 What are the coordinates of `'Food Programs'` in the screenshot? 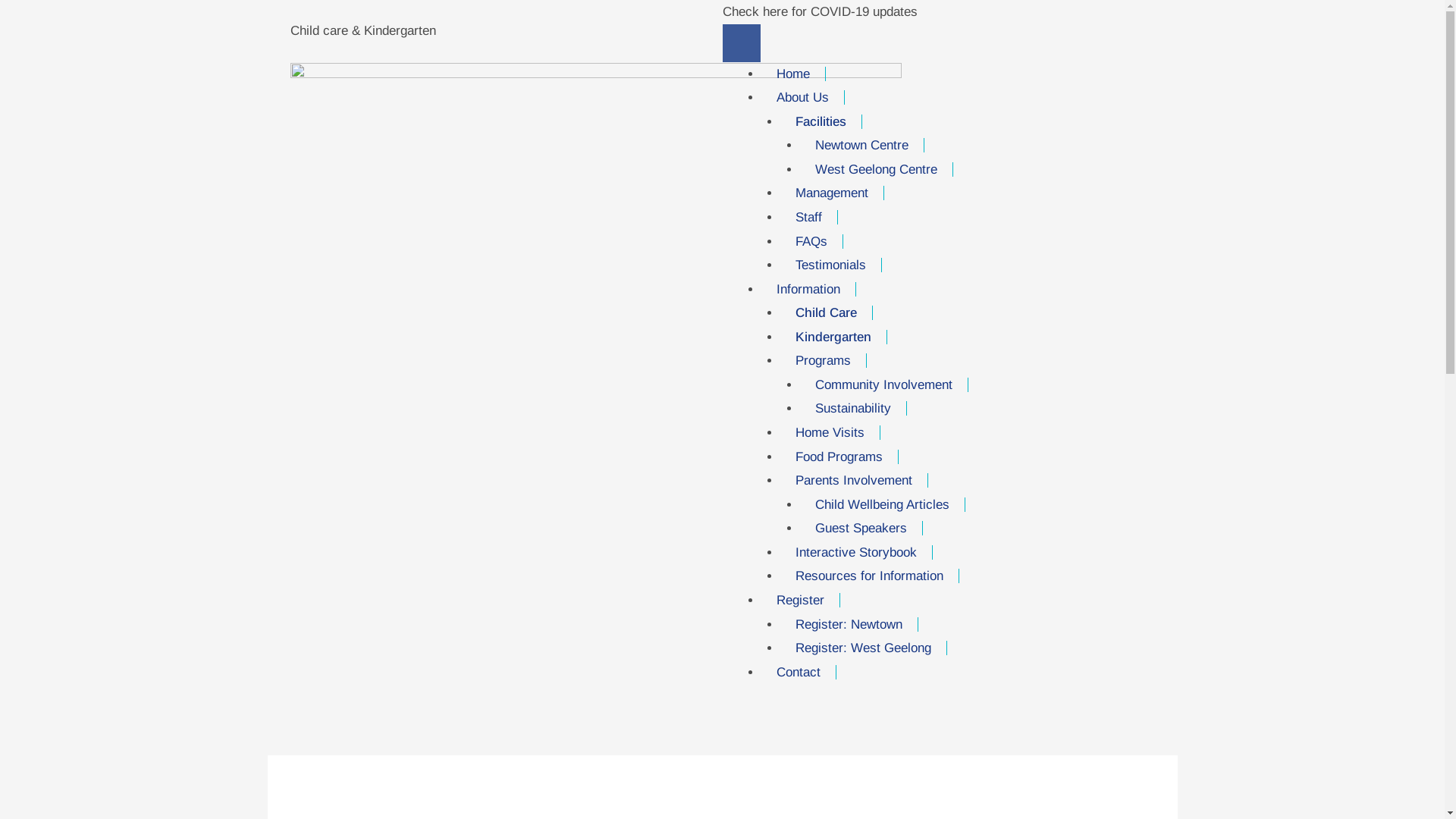 It's located at (839, 456).